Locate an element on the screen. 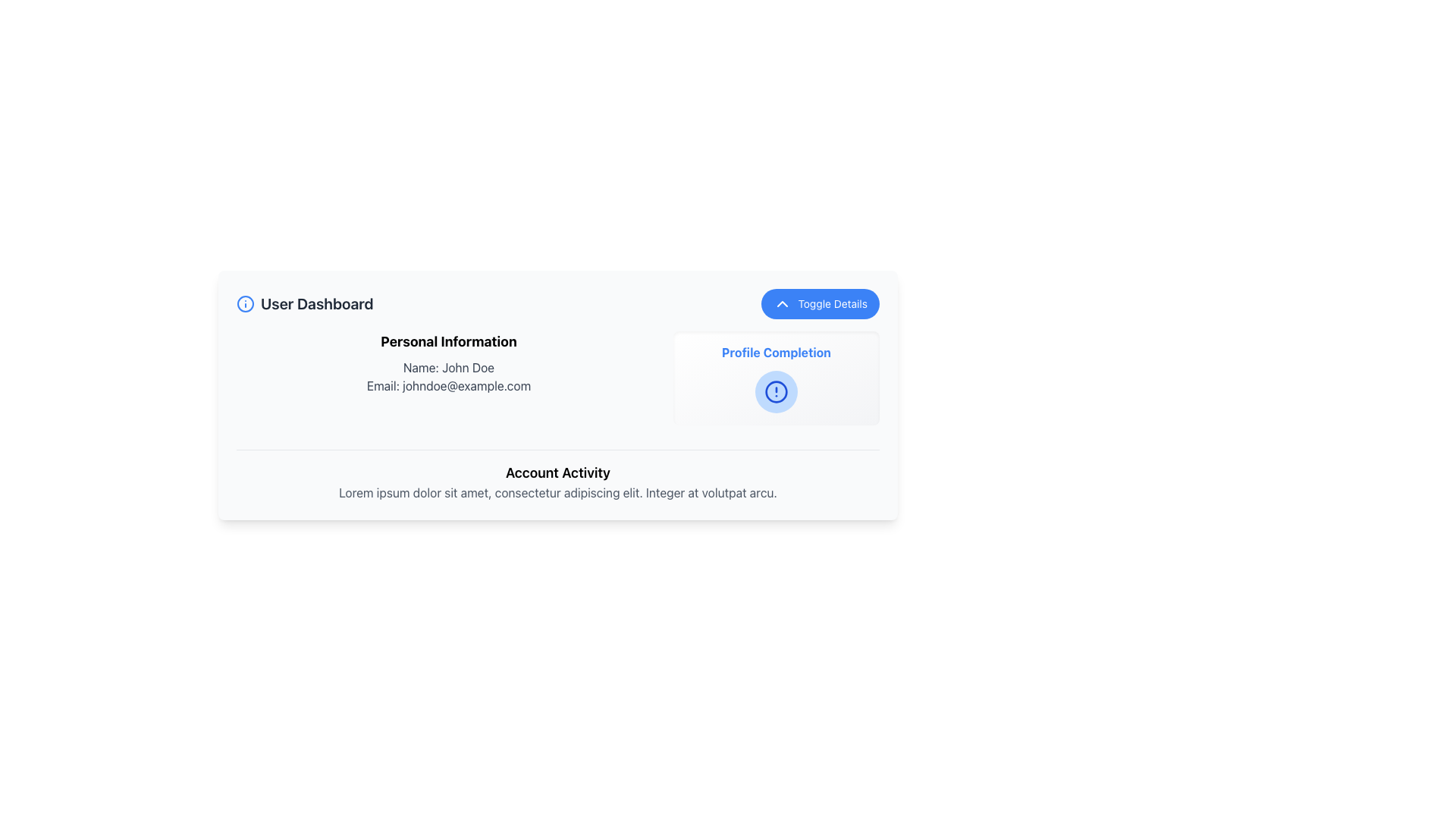 This screenshot has width=1456, height=819. the 'Profile Completion' informational card located in the top-right section of the user details grid layout, adjacent to the 'Personal Information' block is located at coordinates (776, 377).